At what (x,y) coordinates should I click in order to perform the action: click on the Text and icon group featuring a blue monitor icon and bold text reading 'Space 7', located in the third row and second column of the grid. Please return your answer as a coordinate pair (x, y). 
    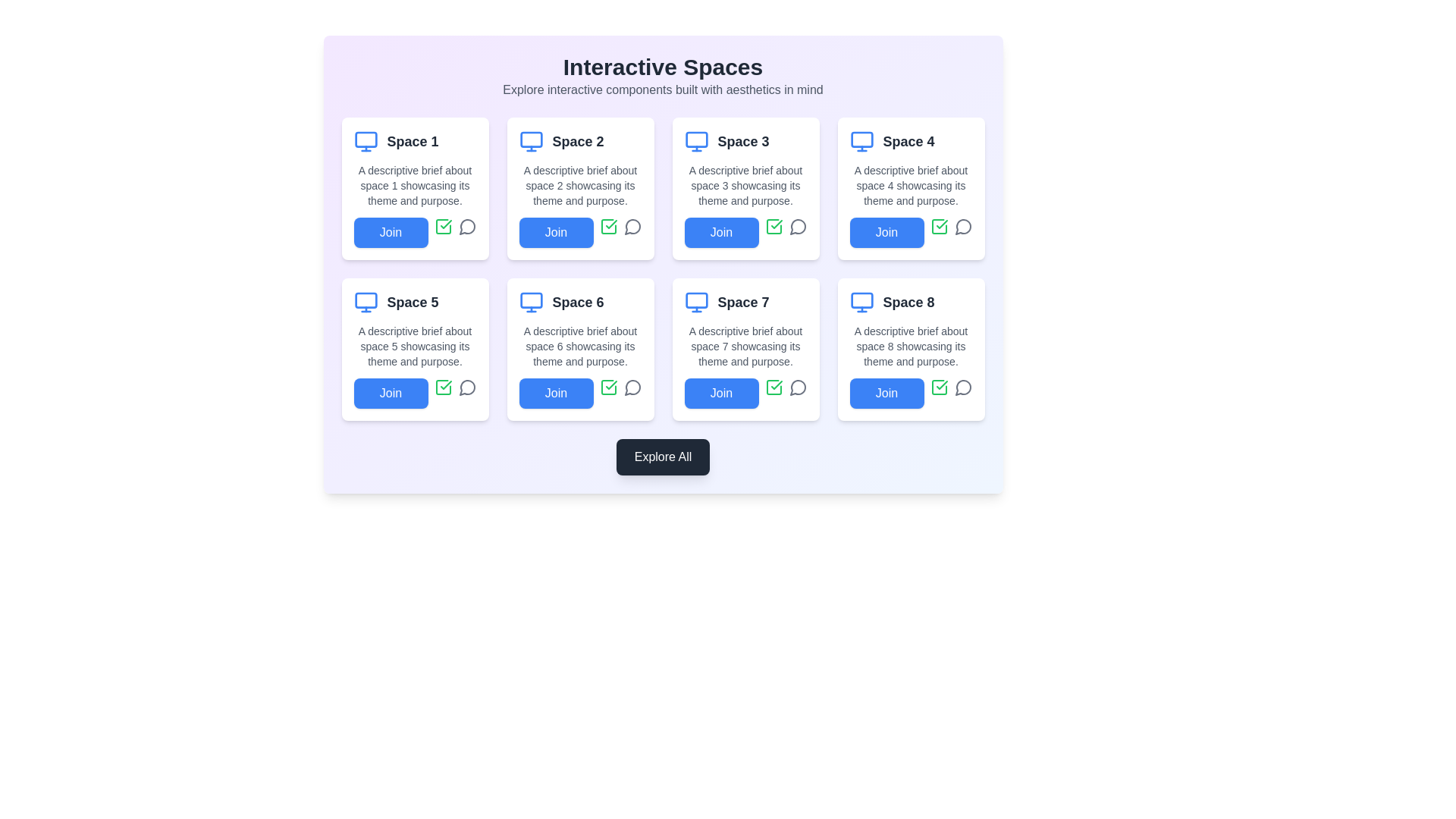
    Looking at the image, I should click on (745, 302).